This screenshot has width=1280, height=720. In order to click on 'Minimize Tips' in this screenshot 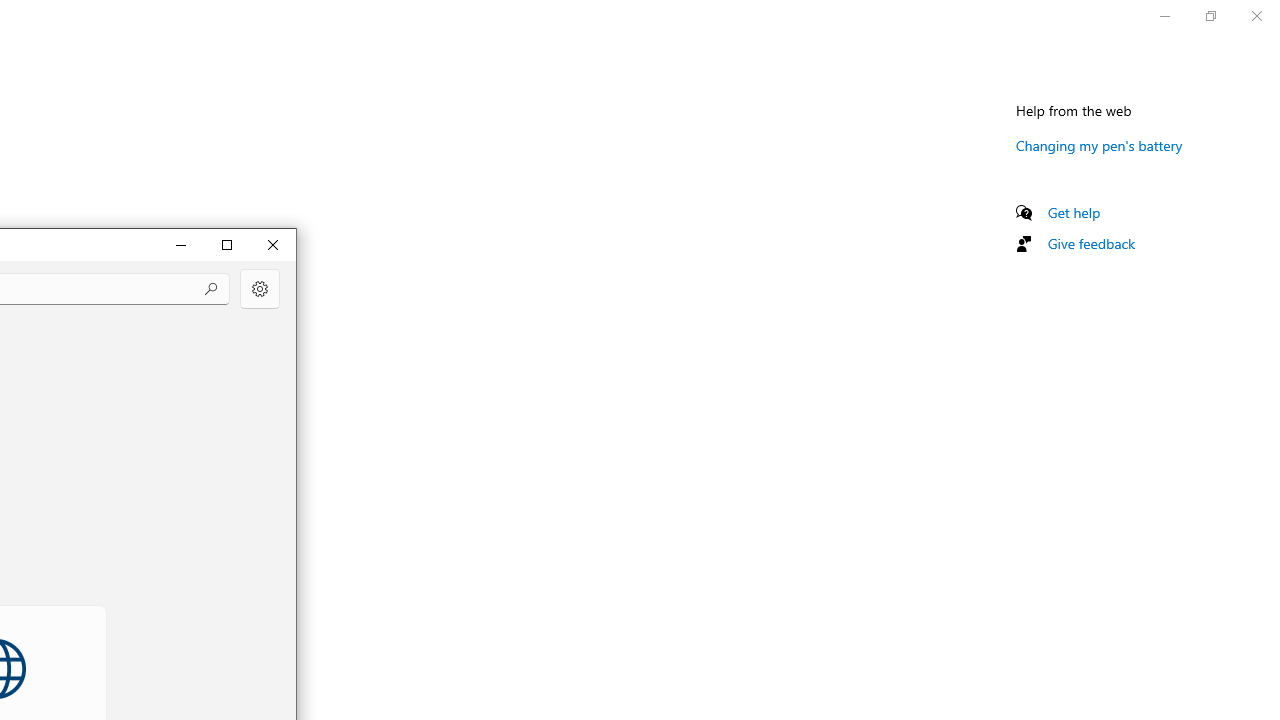, I will do `click(180, 243)`.